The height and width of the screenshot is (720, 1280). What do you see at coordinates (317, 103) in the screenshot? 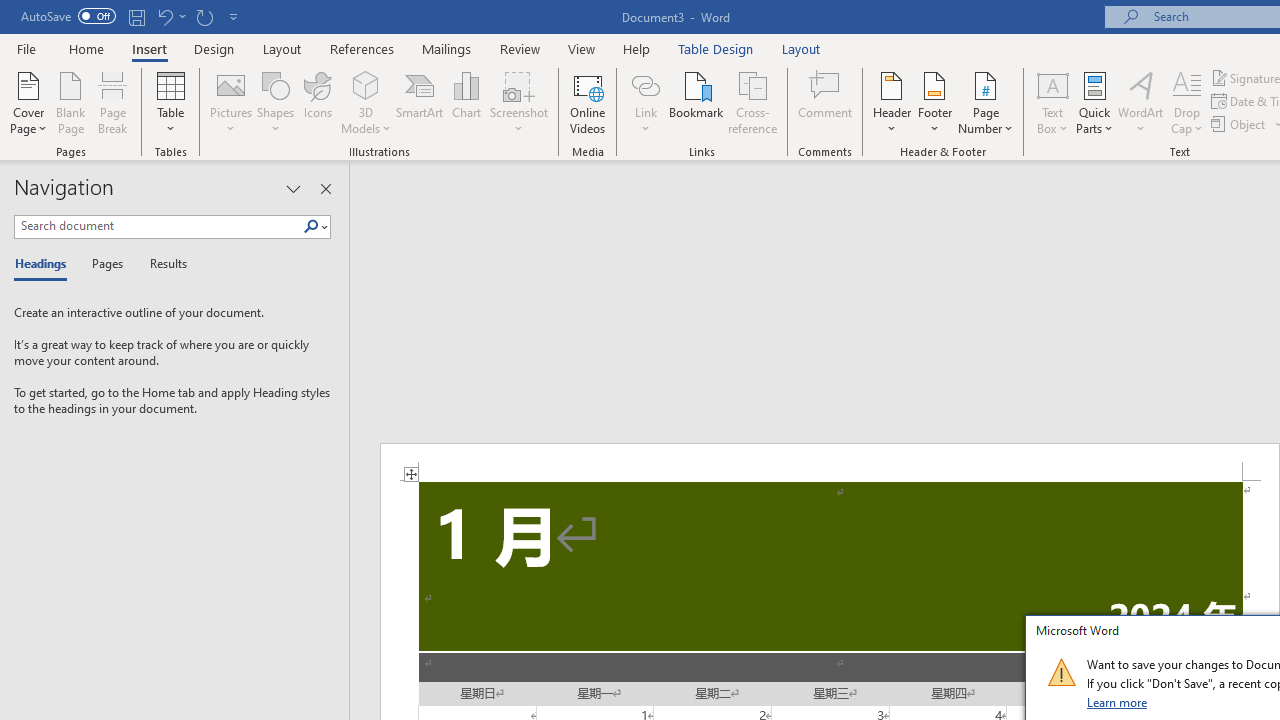
I see `'Icons'` at bounding box center [317, 103].